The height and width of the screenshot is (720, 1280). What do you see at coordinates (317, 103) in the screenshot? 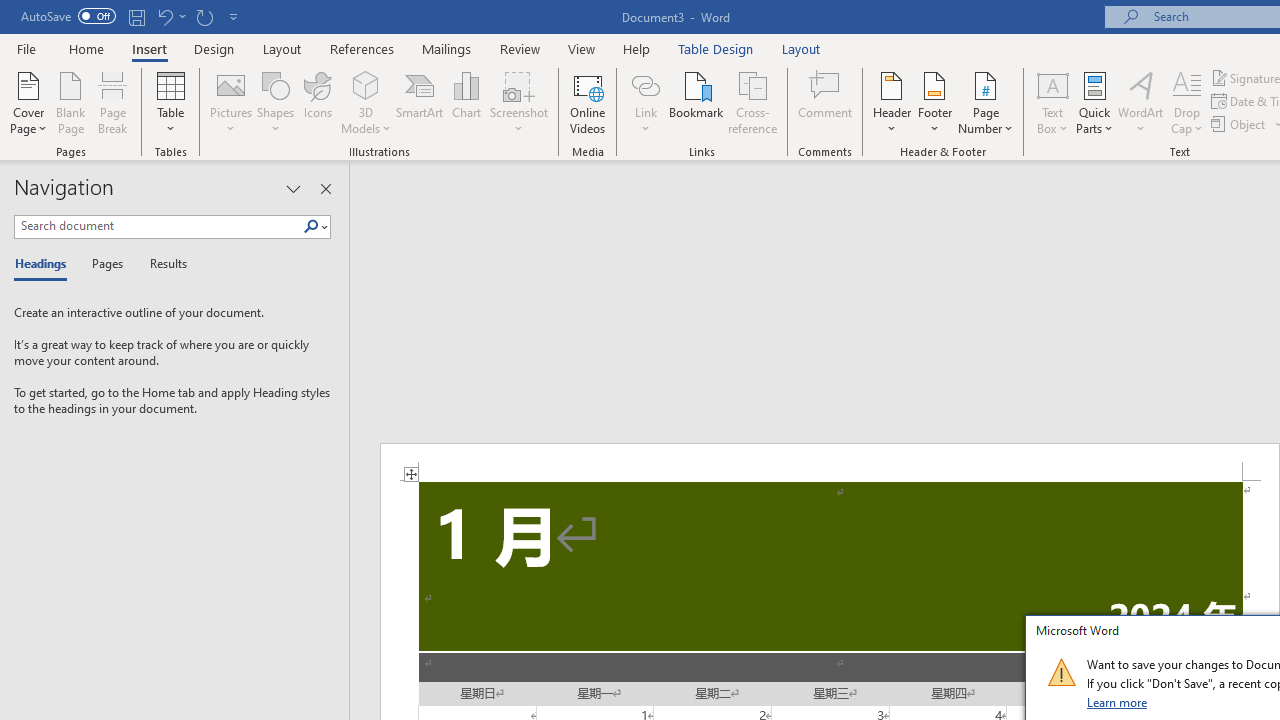
I see `'Icons'` at bounding box center [317, 103].